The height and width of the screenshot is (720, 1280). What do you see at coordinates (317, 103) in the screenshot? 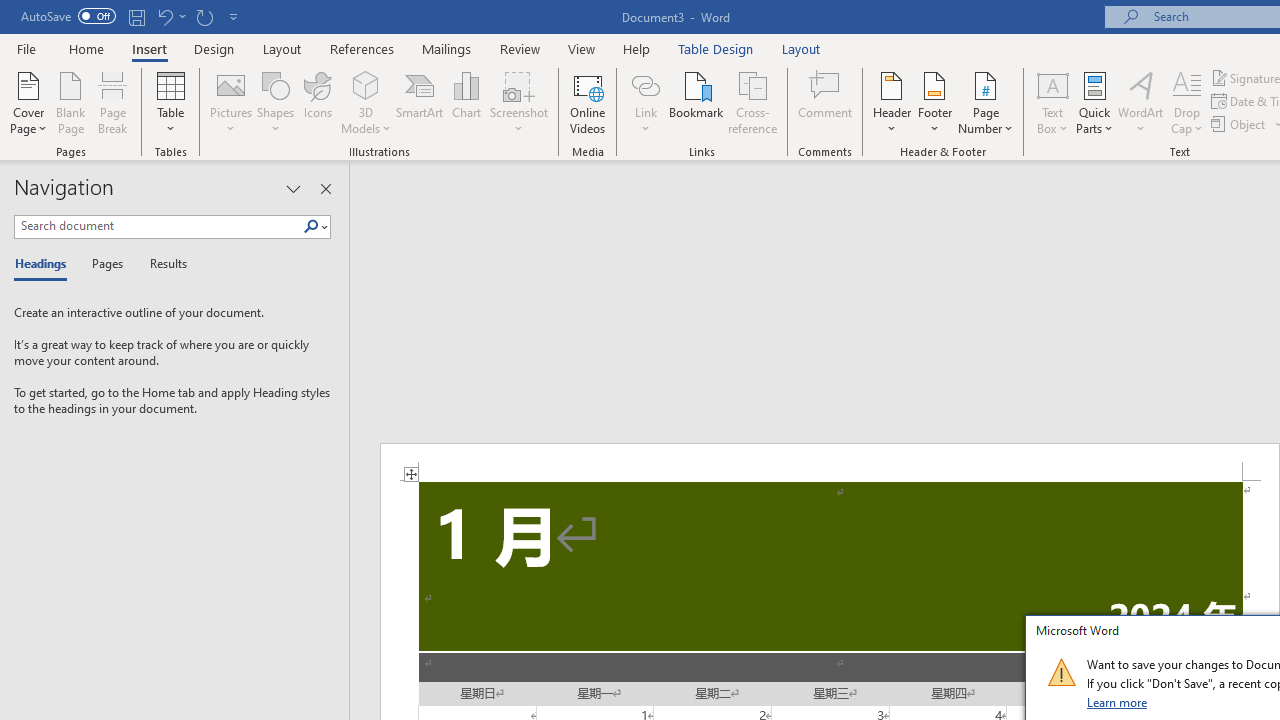
I see `'Icons'` at bounding box center [317, 103].